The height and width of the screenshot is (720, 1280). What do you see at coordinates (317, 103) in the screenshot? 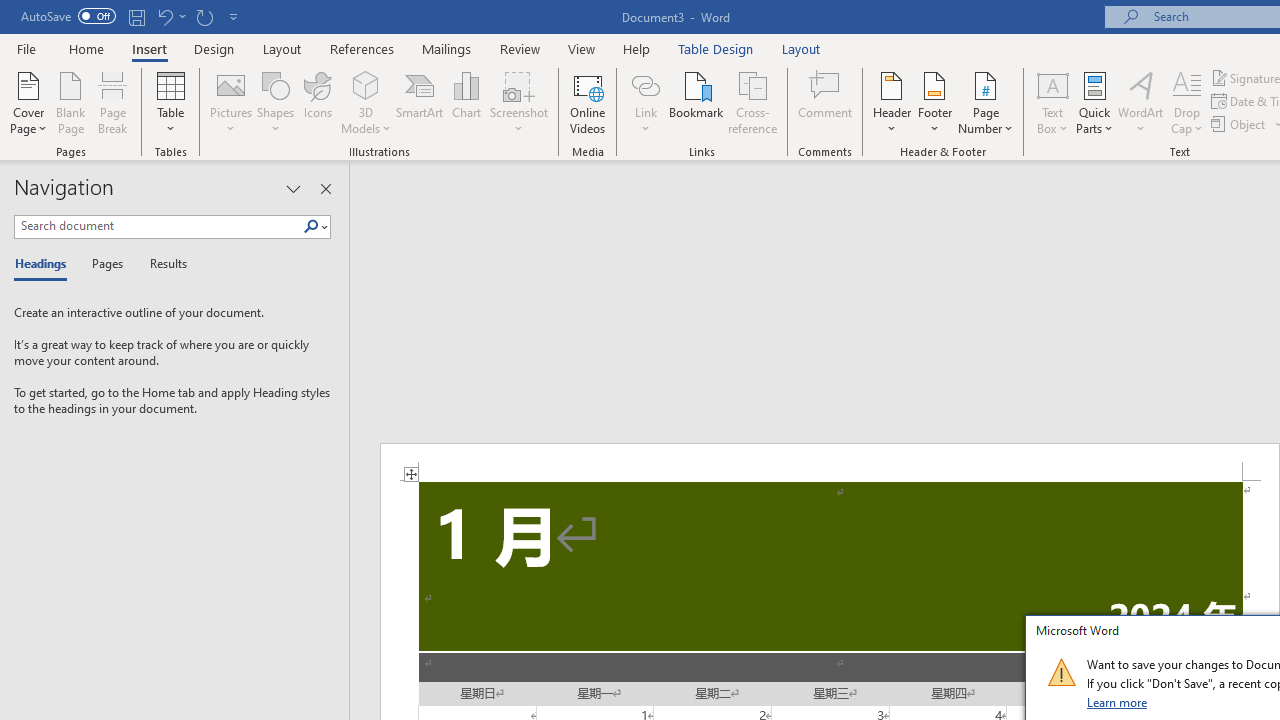
I see `'Icons'` at bounding box center [317, 103].